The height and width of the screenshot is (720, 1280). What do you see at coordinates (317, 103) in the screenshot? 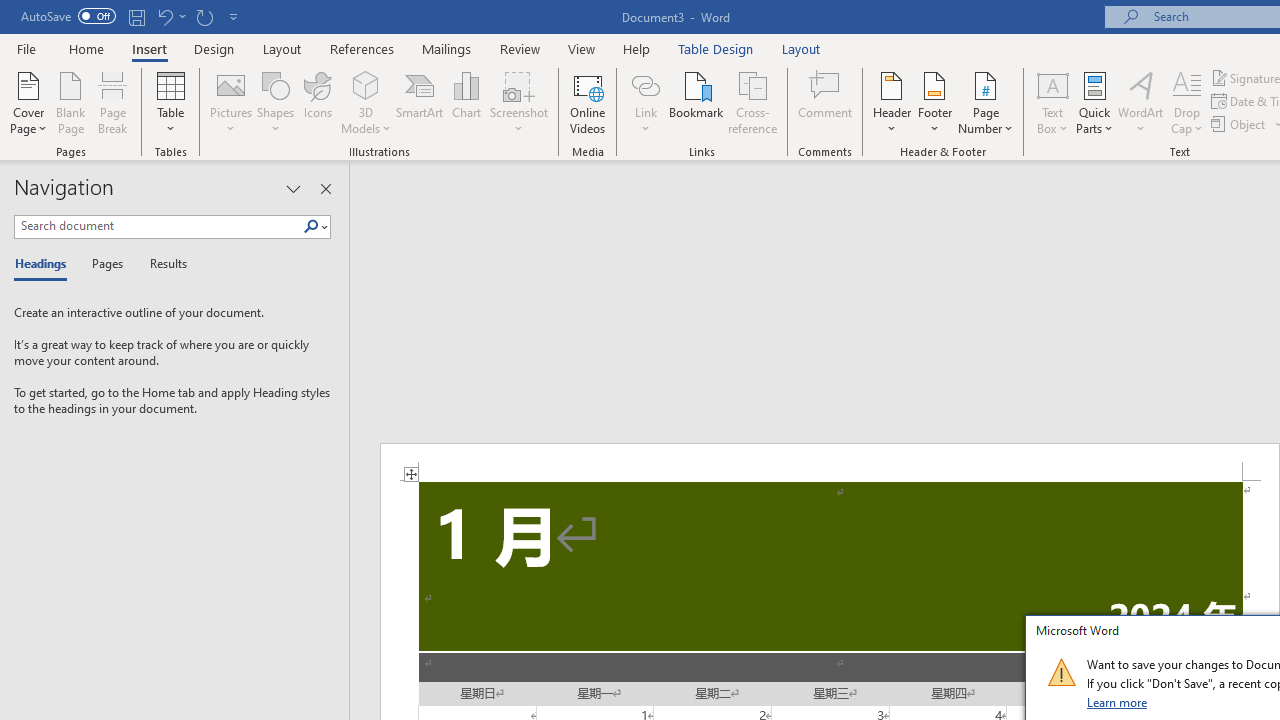
I see `'Icons'` at bounding box center [317, 103].